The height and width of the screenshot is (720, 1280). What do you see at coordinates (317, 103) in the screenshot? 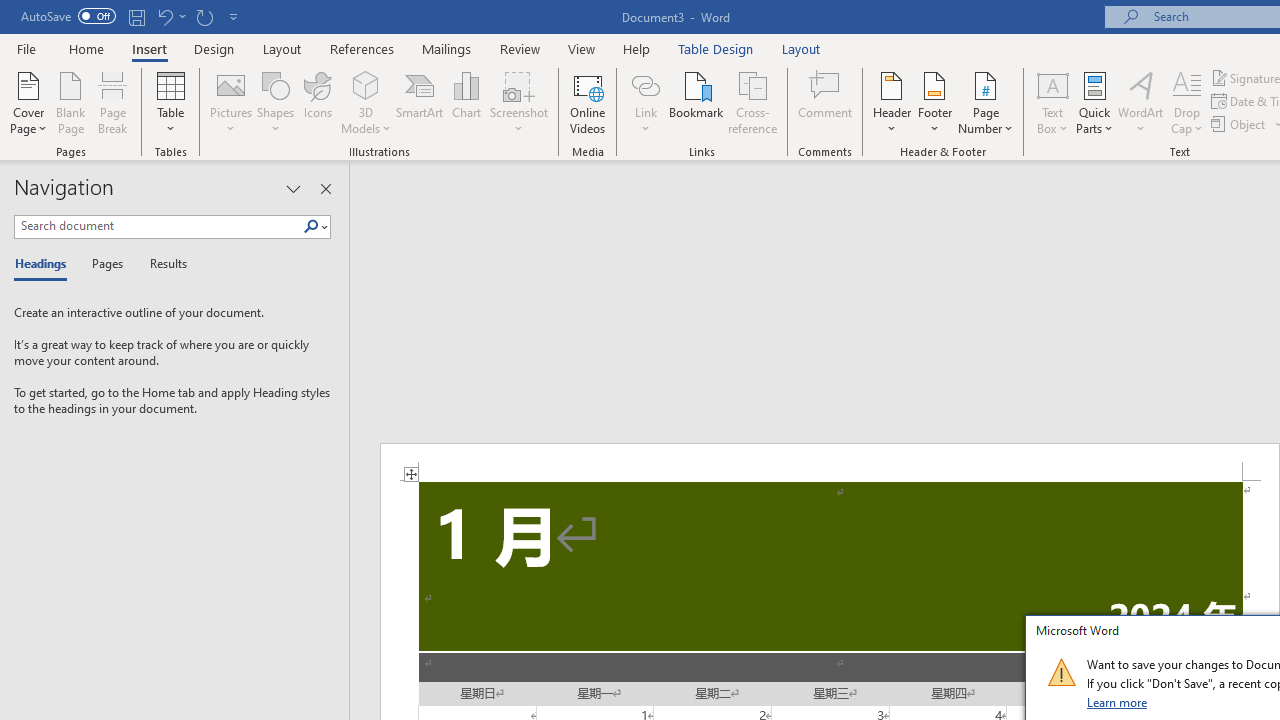
I see `'Icons'` at bounding box center [317, 103].